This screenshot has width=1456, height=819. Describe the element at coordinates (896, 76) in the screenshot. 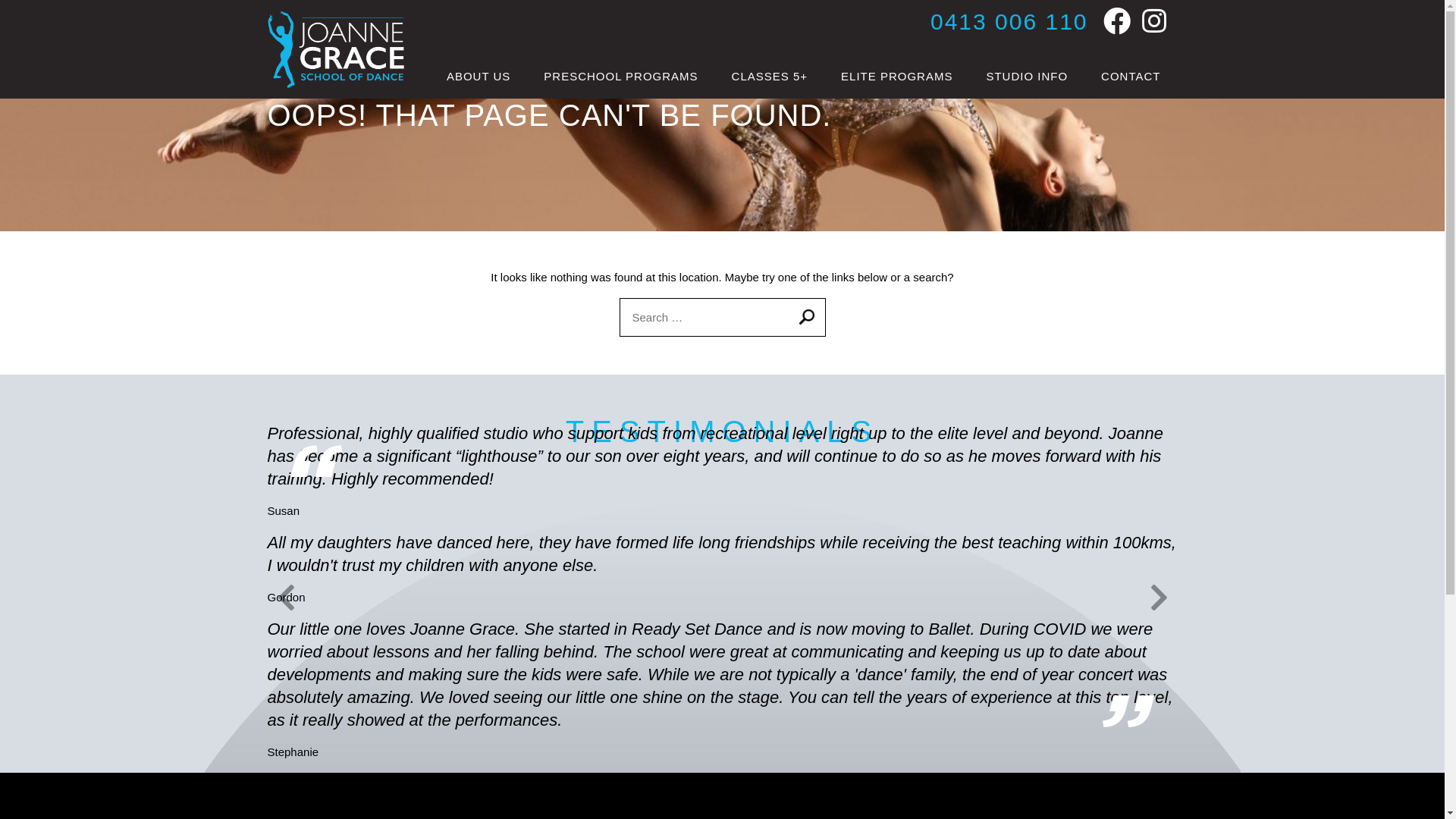

I see `'ELITE PROGRAMS'` at that location.